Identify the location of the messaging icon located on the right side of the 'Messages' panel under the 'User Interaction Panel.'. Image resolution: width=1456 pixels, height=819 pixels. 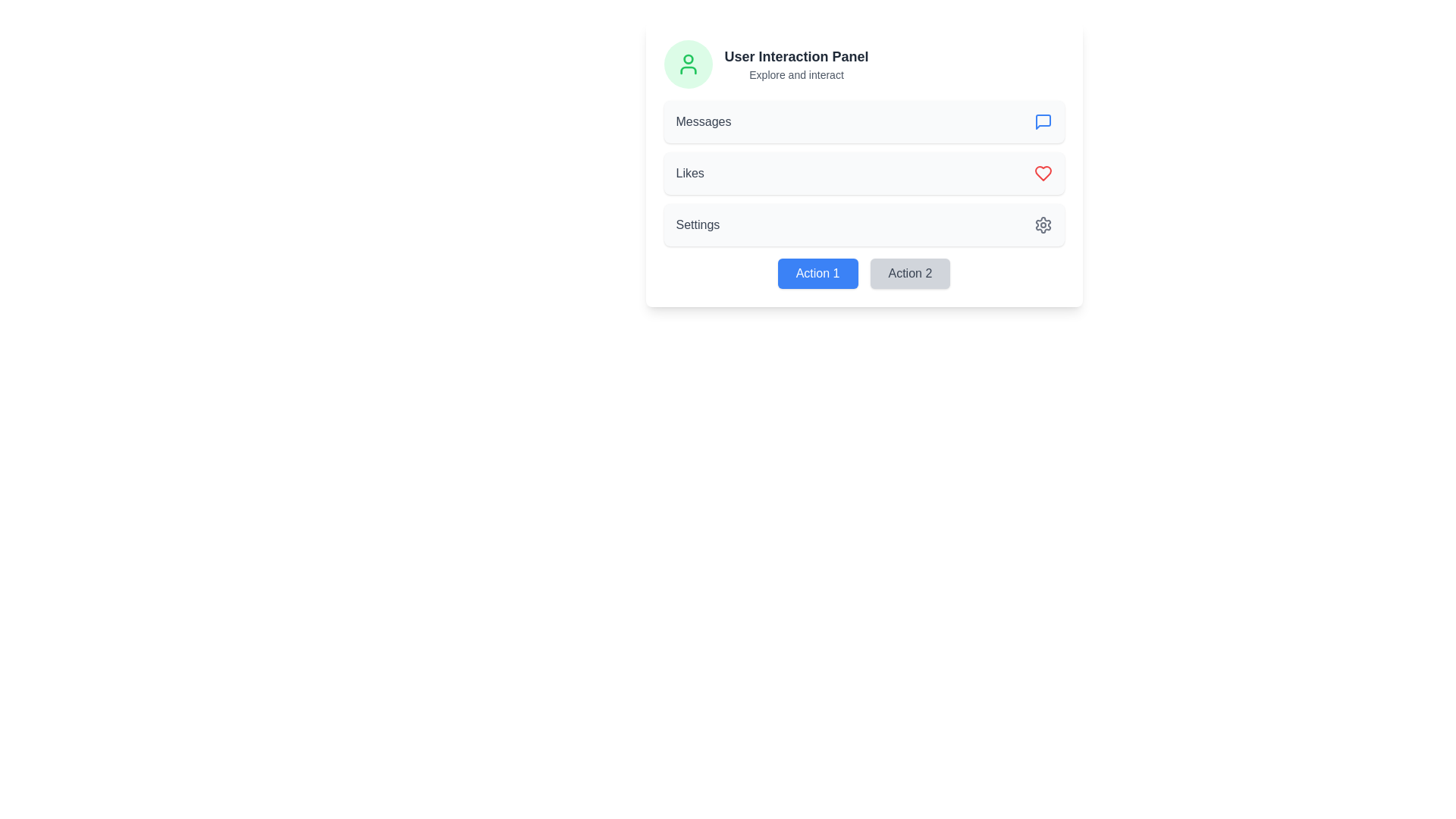
(1042, 121).